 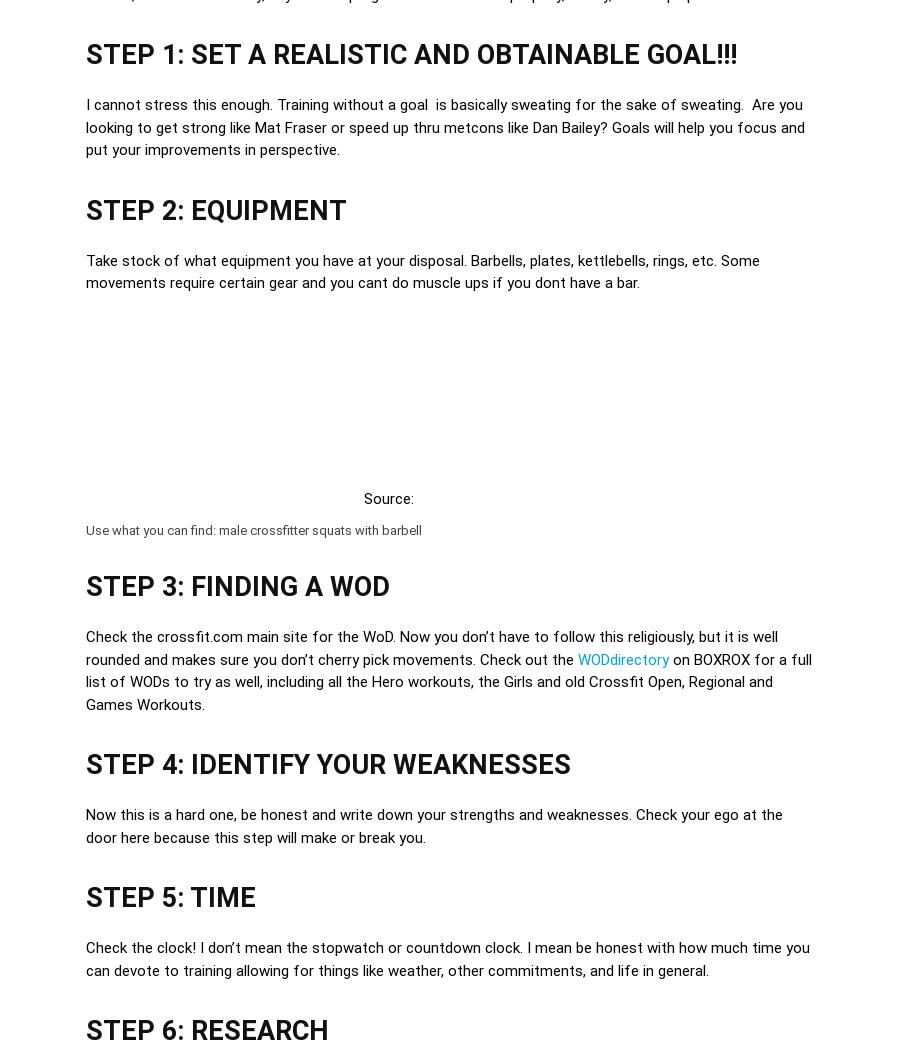 I want to click on 'RX'd Photography', so click(x=476, y=499).